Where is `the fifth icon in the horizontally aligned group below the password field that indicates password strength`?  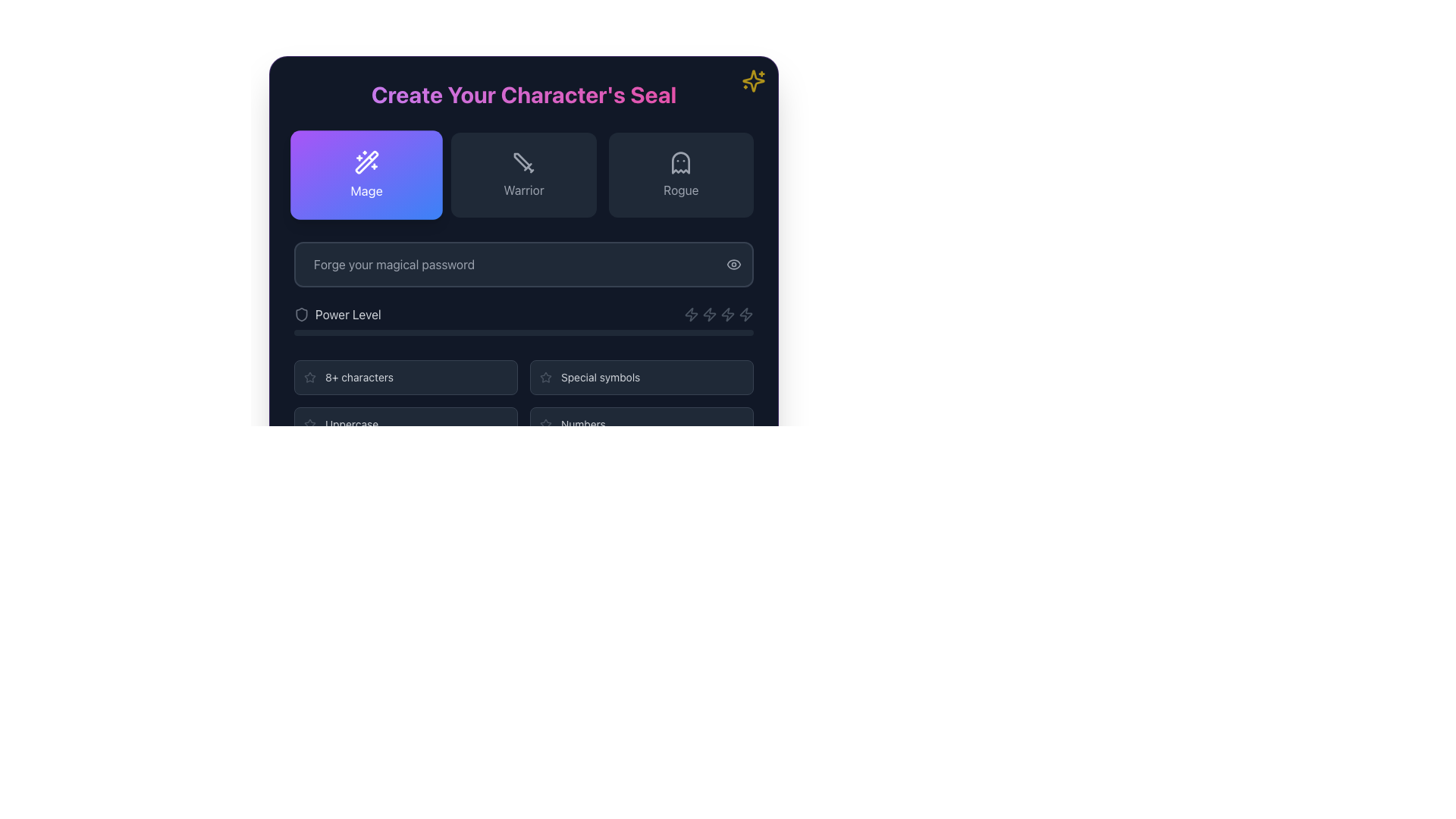 the fifth icon in the horizontally aligned group below the password field that indicates password strength is located at coordinates (728, 314).